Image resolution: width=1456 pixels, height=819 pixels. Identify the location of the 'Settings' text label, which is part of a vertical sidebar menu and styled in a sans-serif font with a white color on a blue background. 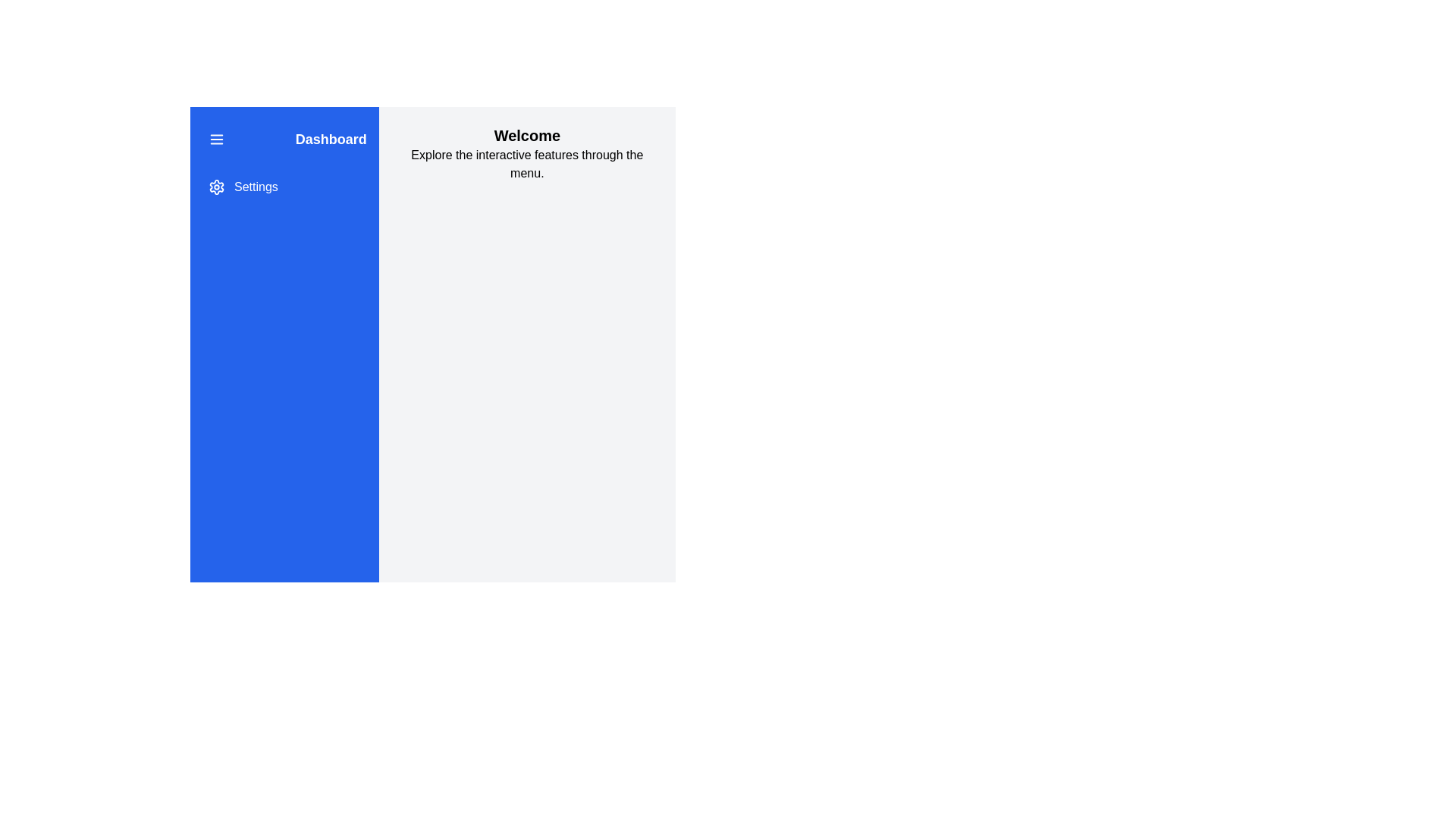
(256, 186).